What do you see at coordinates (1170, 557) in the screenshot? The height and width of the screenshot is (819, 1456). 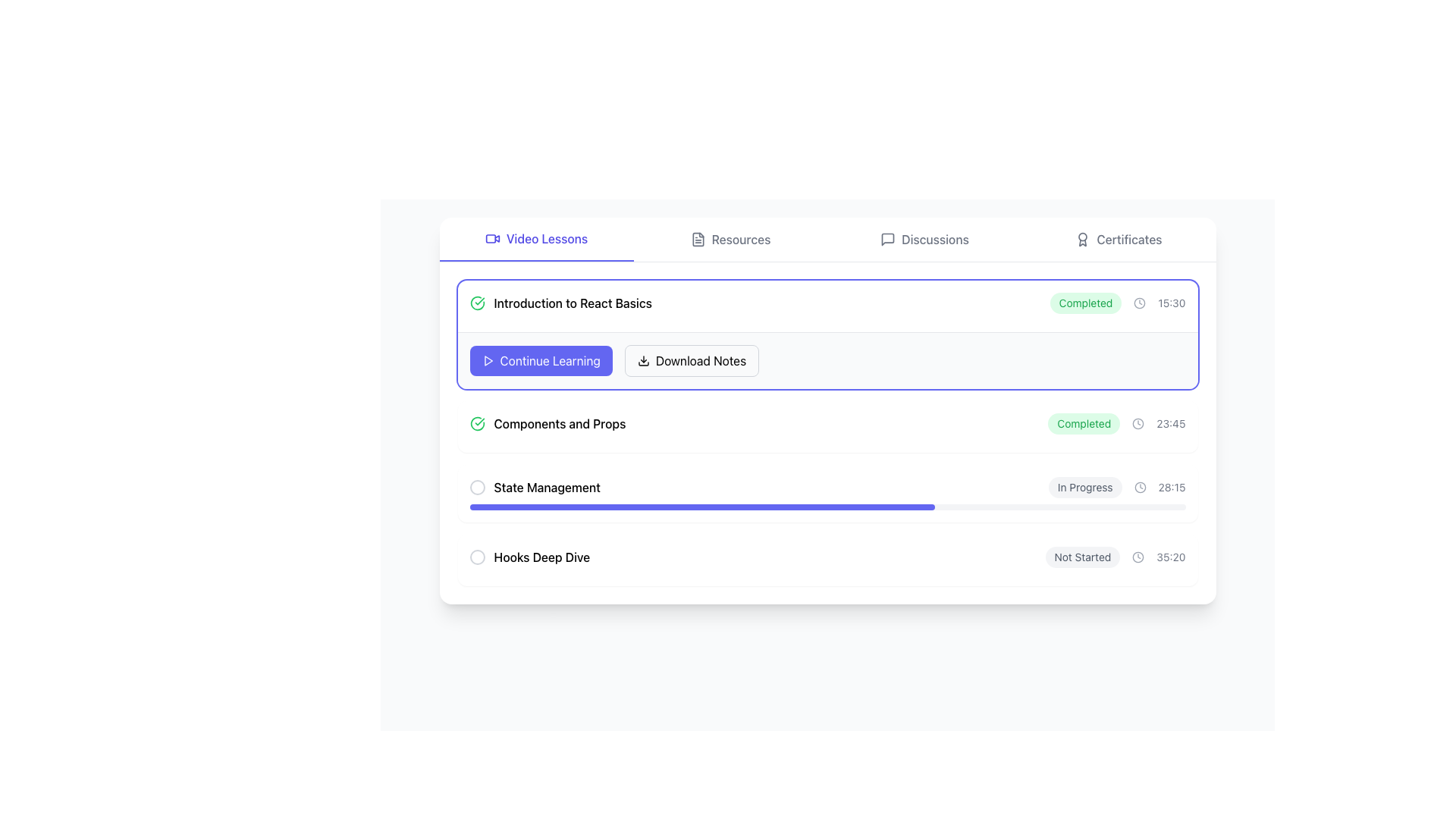 I see `the text label displaying '35:20', which is positioned at the far right of the horizontal group containing the 'Not Started' label and a clock icon` at bounding box center [1170, 557].